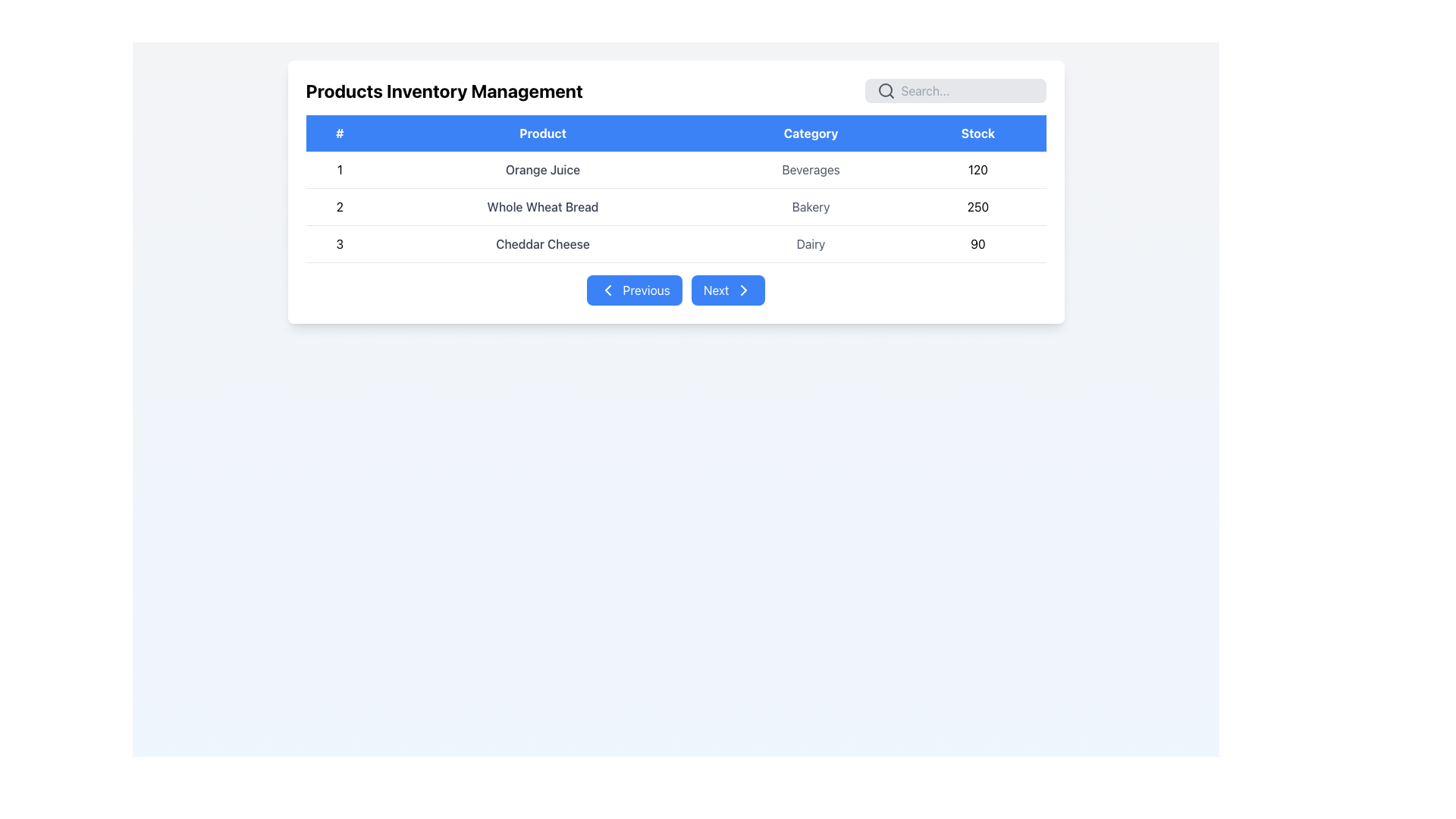 The width and height of the screenshot is (1456, 819). Describe the element at coordinates (810, 243) in the screenshot. I see `the information in the category label for 'Cheddar Cheese' located in the third row of the table under the 'Category' column` at that location.